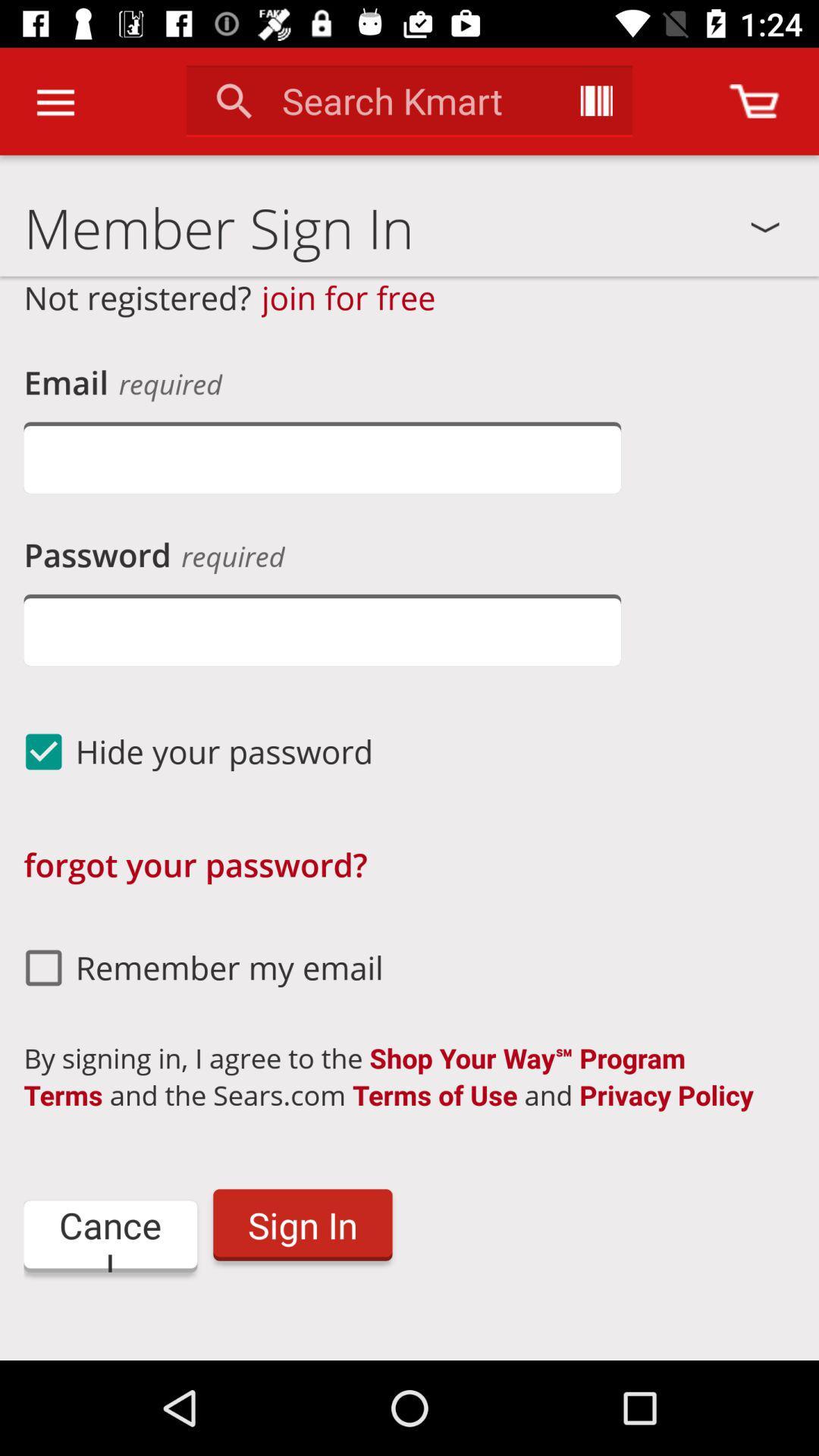 This screenshot has height=1456, width=819. Describe the element at coordinates (754, 100) in the screenshot. I see `the icon above member sign in icon` at that location.